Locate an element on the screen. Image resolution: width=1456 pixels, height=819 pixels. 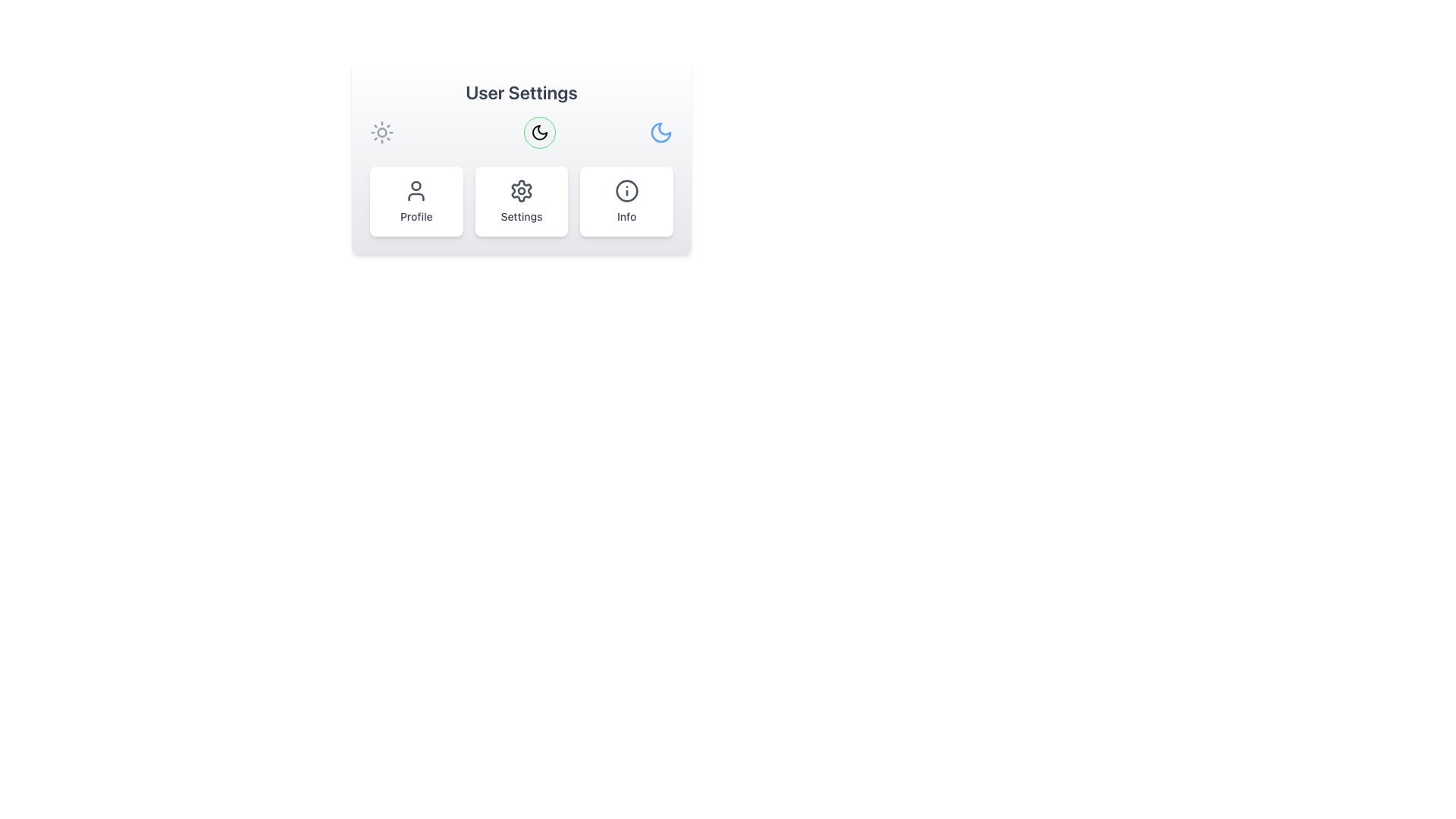
the 'Dark Mode' toggle icon located in the User Settings interface is located at coordinates (539, 131).